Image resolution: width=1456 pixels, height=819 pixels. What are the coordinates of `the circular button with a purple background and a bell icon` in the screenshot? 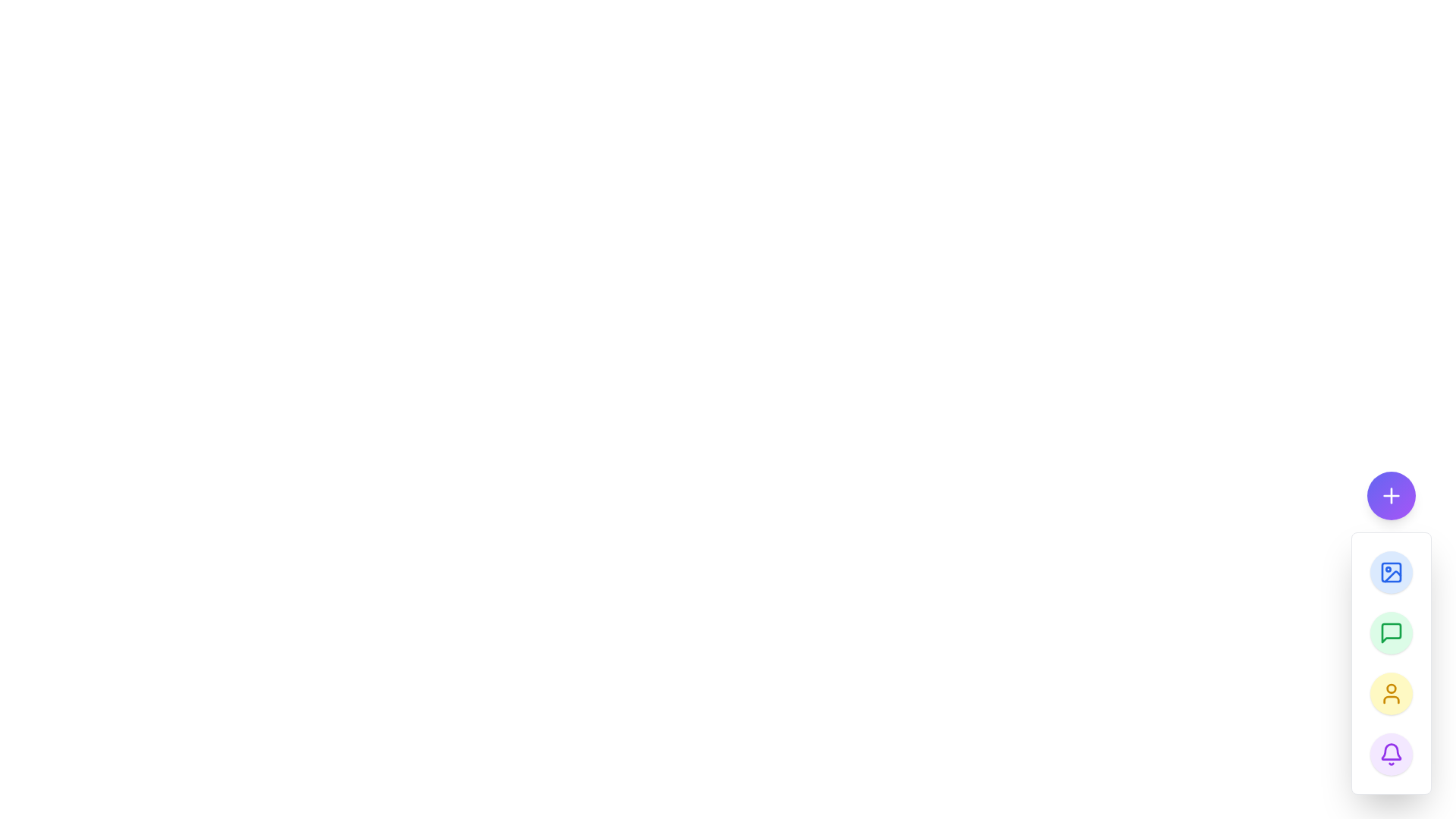 It's located at (1391, 755).